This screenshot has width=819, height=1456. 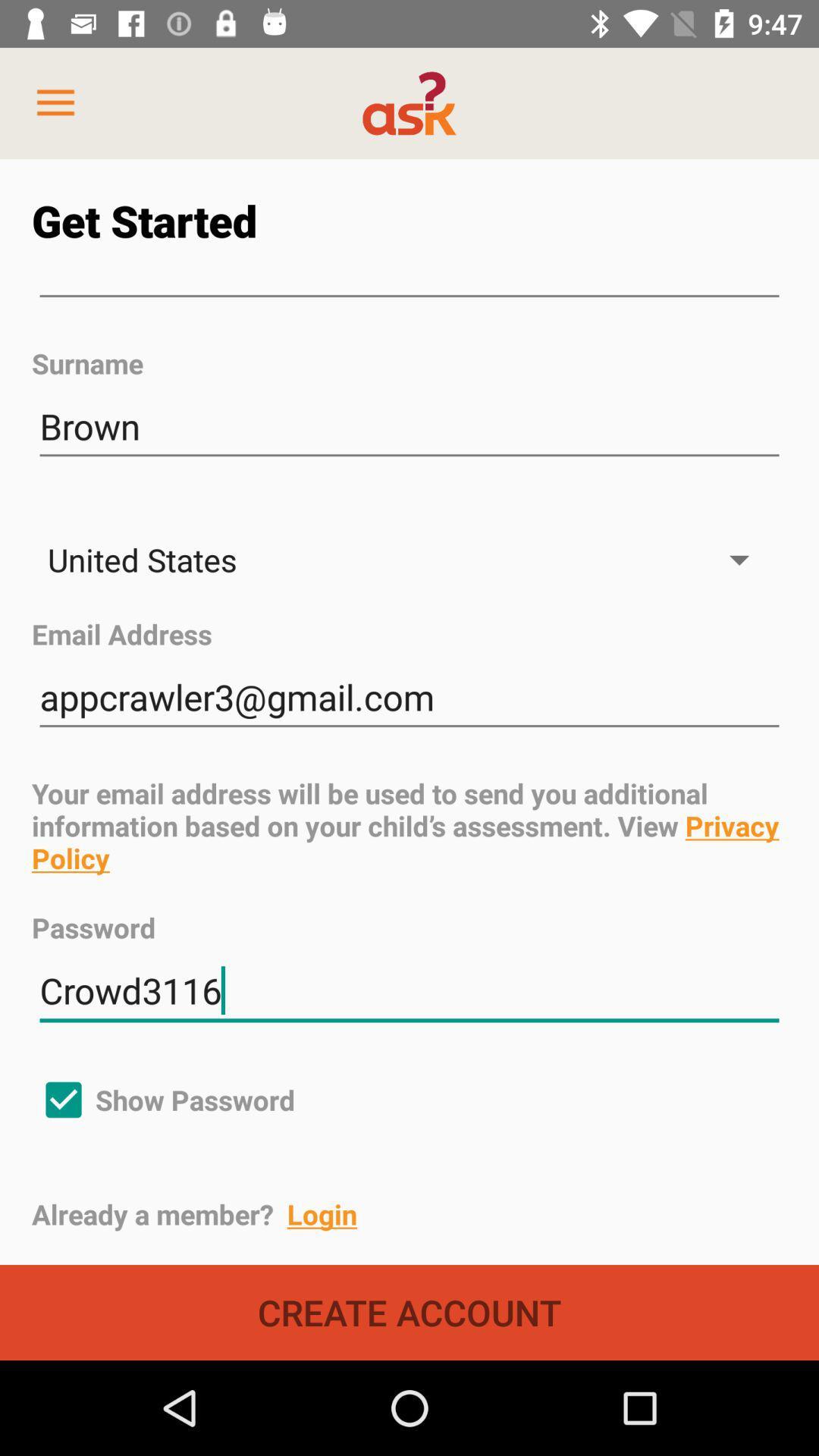 I want to click on the brown icon, so click(x=409, y=426).